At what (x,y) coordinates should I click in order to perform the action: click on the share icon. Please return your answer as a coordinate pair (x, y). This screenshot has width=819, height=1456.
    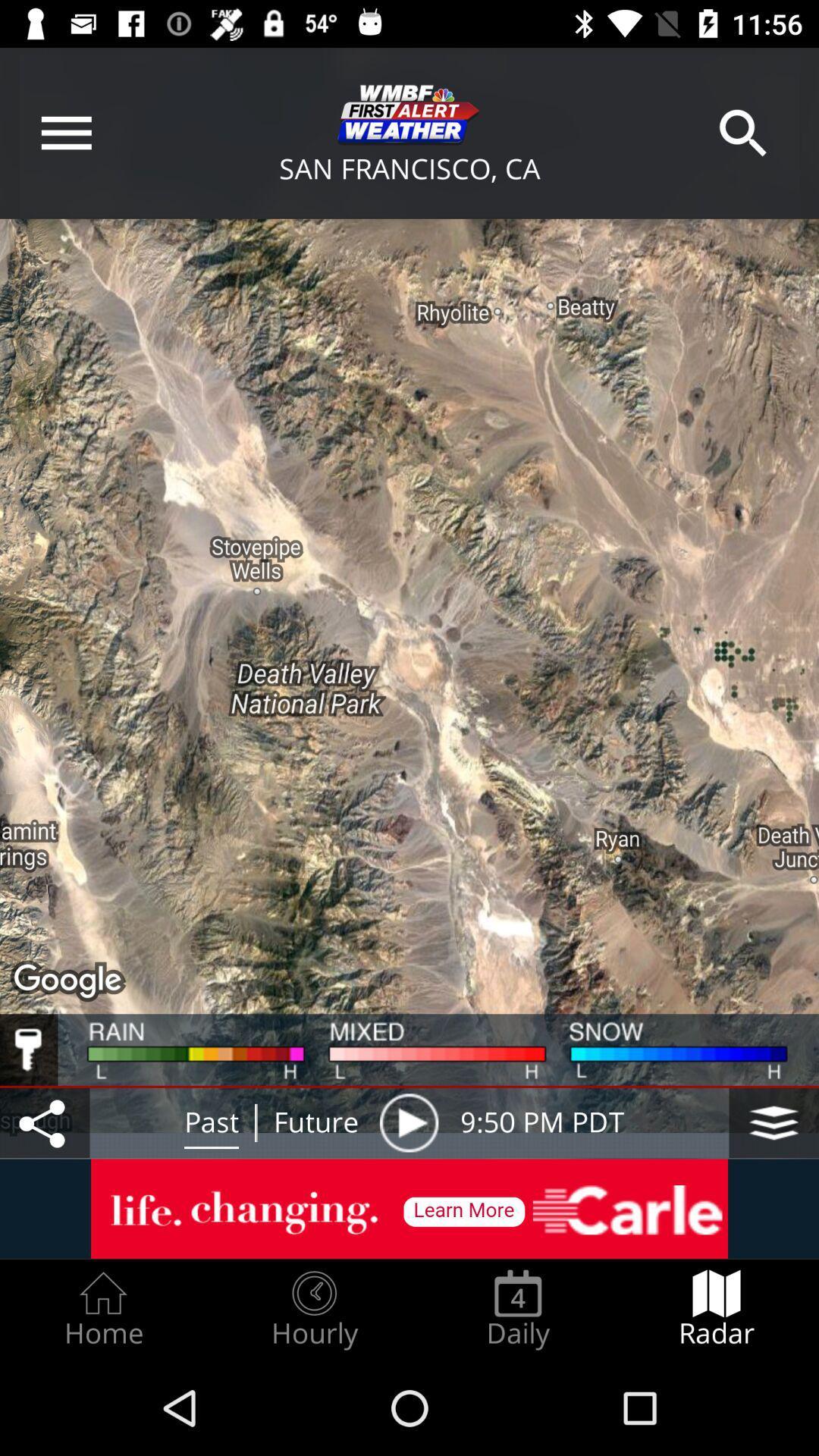
    Looking at the image, I should click on (44, 1122).